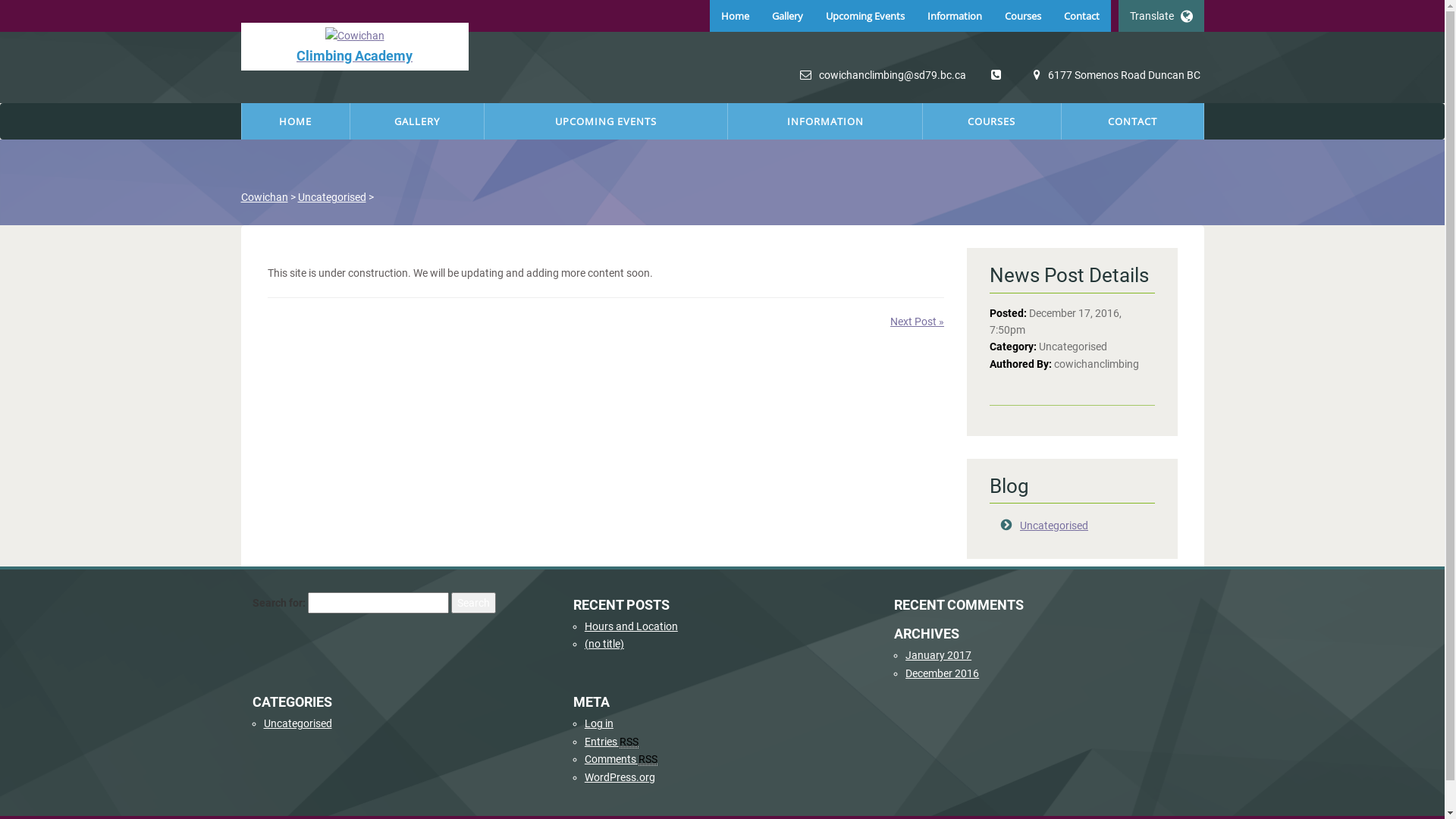 The width and height of the screenshot is (1456, 819). Describe the element at coordinates (905, 654) in the screenshot. I see `'January 2017'` at that location.